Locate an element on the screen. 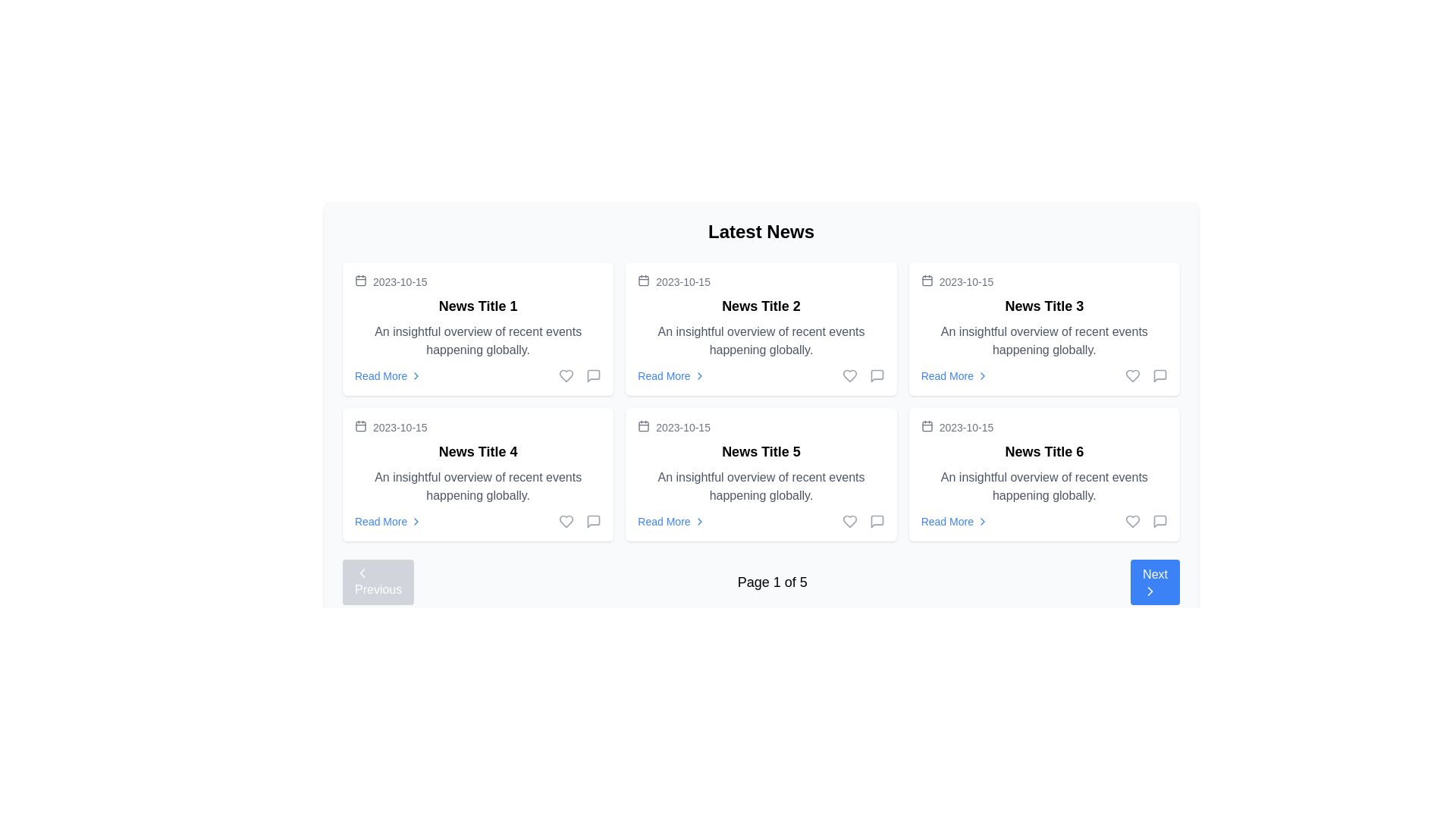 The height and width of the screenshot is (819, 1456). the headline text block located in the top-left of the first news card, which provides an overview of the article content is located at coordinates (477, 306).